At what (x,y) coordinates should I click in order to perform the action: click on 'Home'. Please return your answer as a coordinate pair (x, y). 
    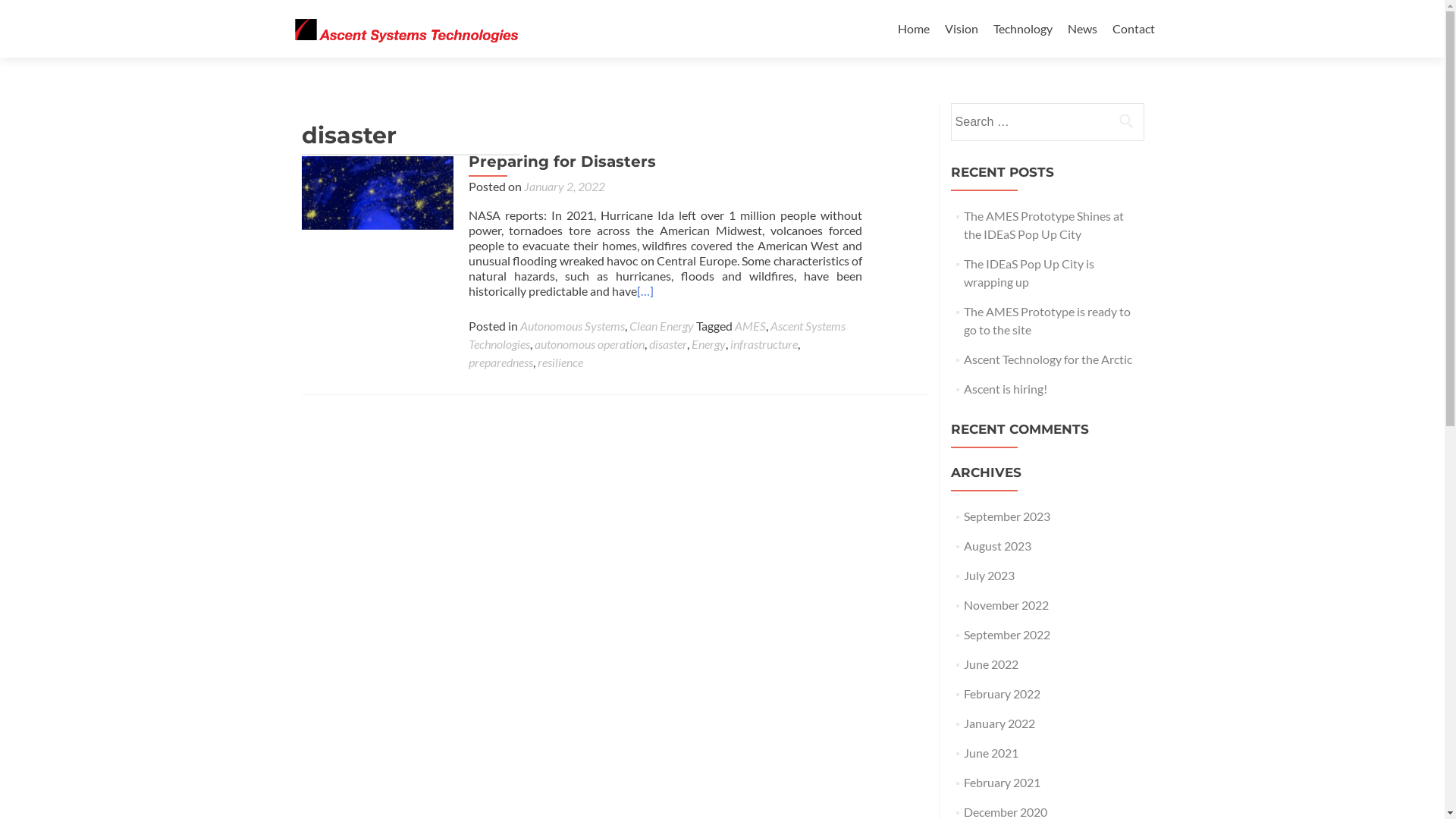
    Looking at the image, I should click on (912, 28).